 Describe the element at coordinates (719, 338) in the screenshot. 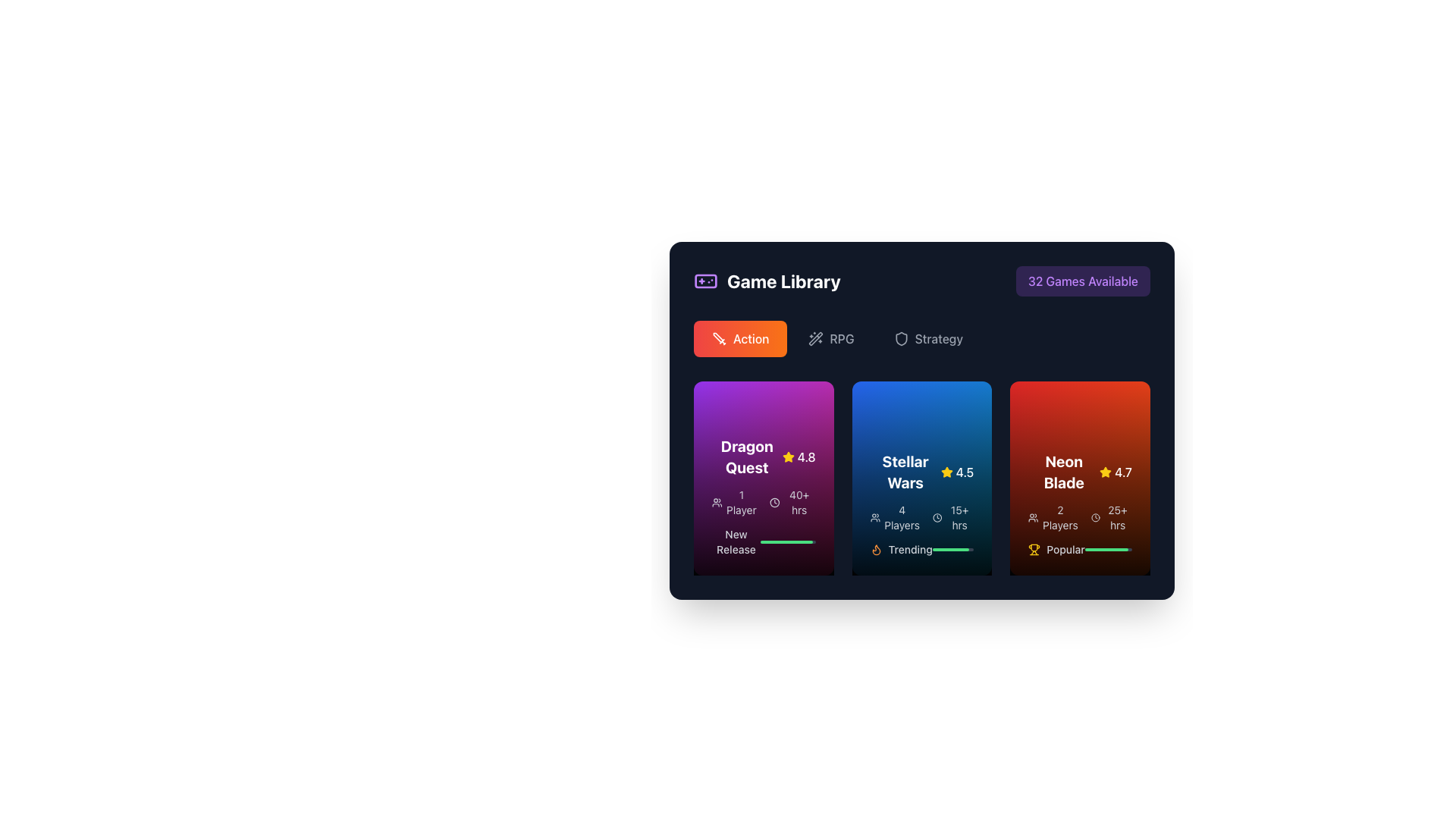

I see `the small sword icon with a light stroke inside the red-orange background, located to the left of the 'Action' label text, to filter games` at that location.